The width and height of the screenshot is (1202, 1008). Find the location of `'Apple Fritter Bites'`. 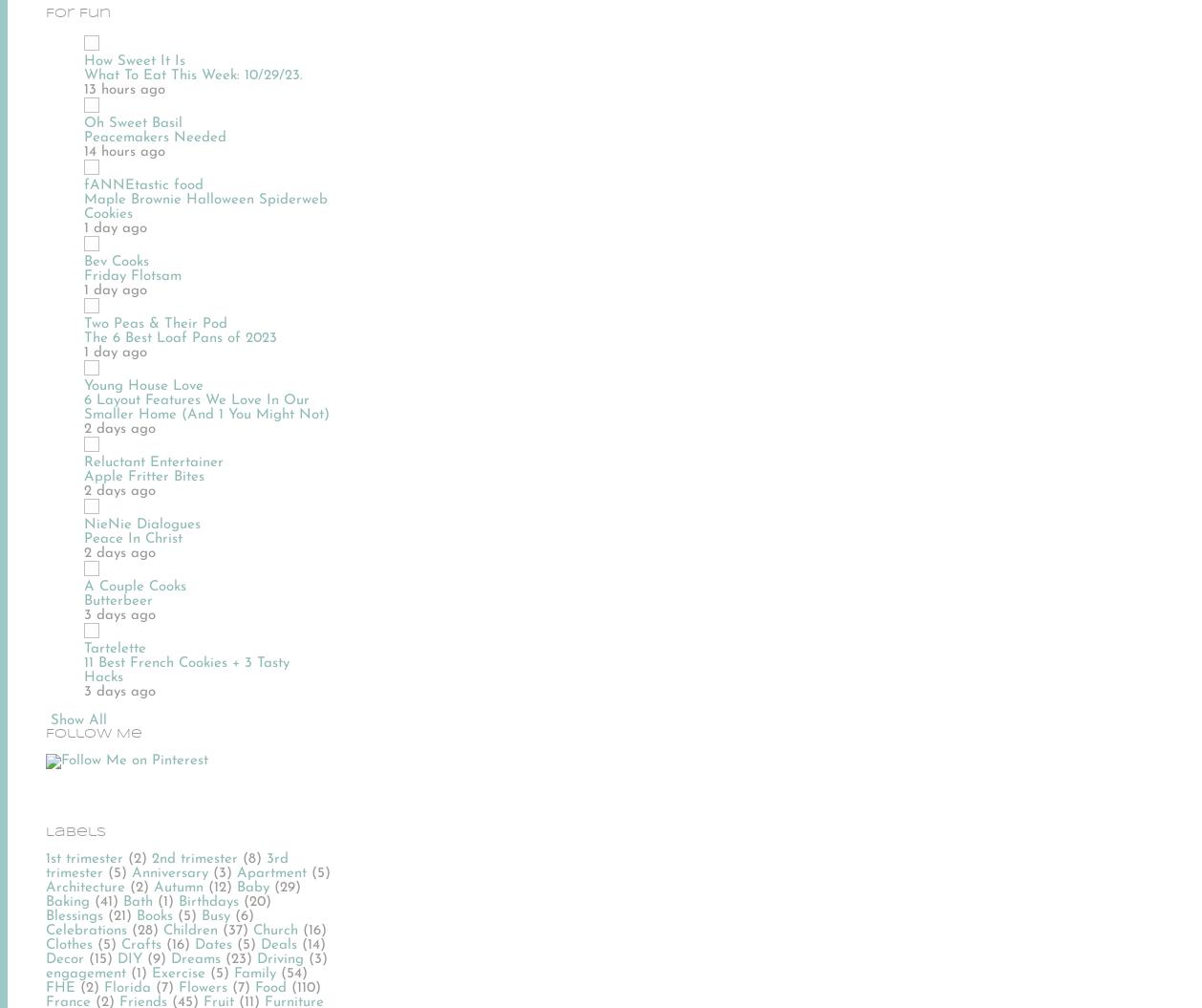

'Apple Fritter Bites' is located at coordinates (143, 476).